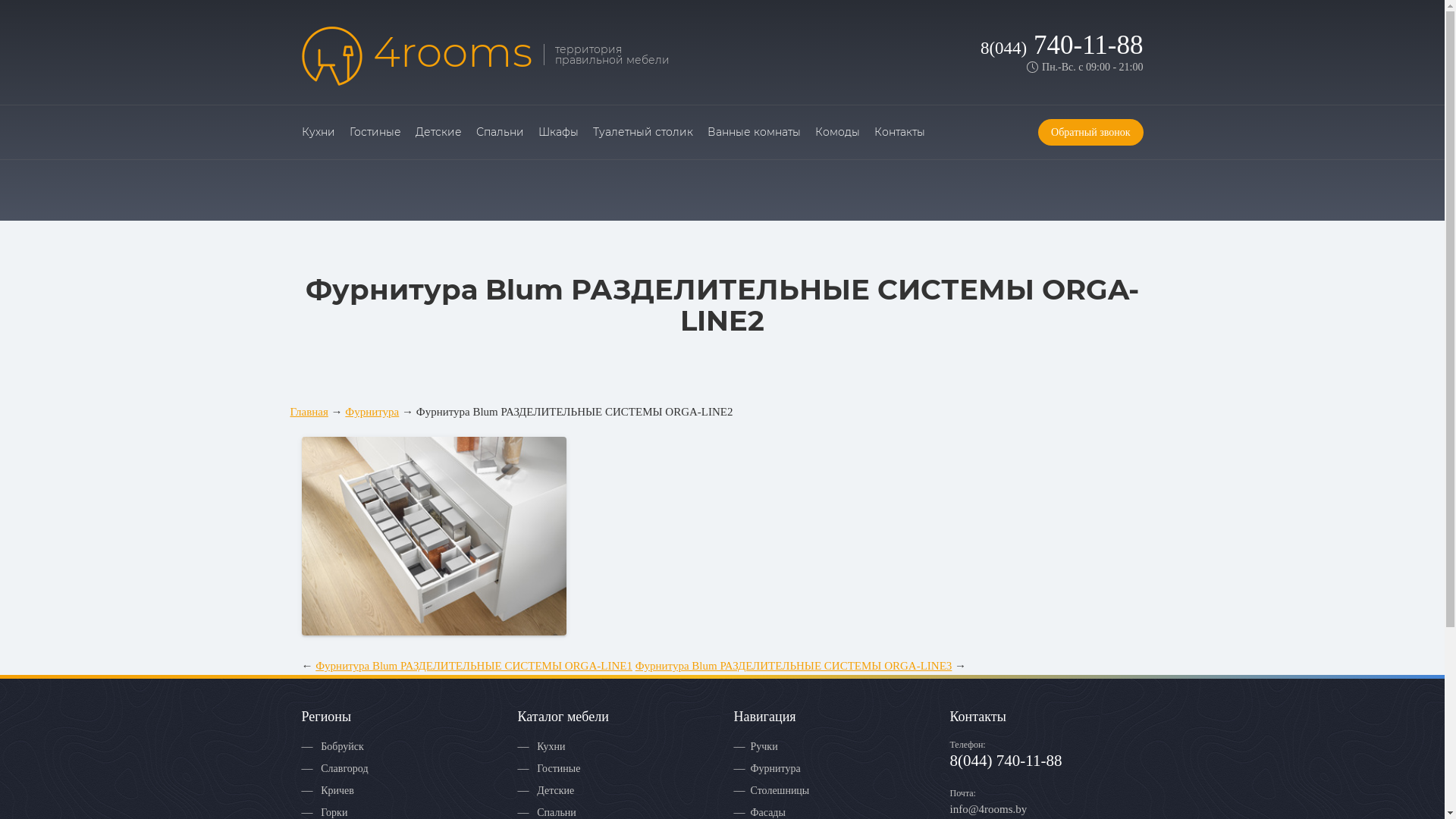 This screenshot has width=1456, height=819. Describe the element at coordinates (417, 55) in the screenshot. I see `'4rooms'` at that location.